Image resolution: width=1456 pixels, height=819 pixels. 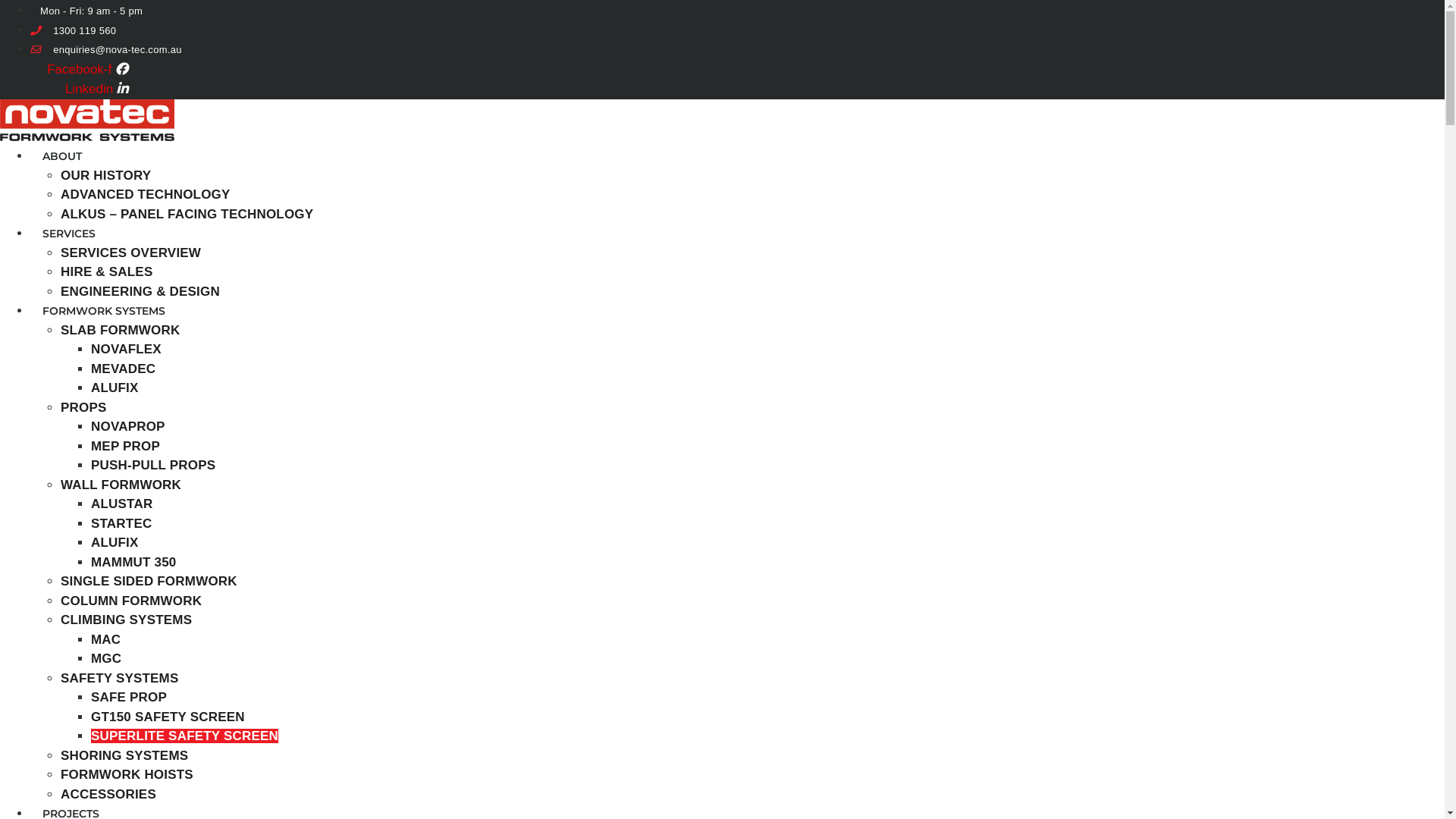 I want to click on 'ENGINEERING & DESIGN', so click(x=140, y=291).